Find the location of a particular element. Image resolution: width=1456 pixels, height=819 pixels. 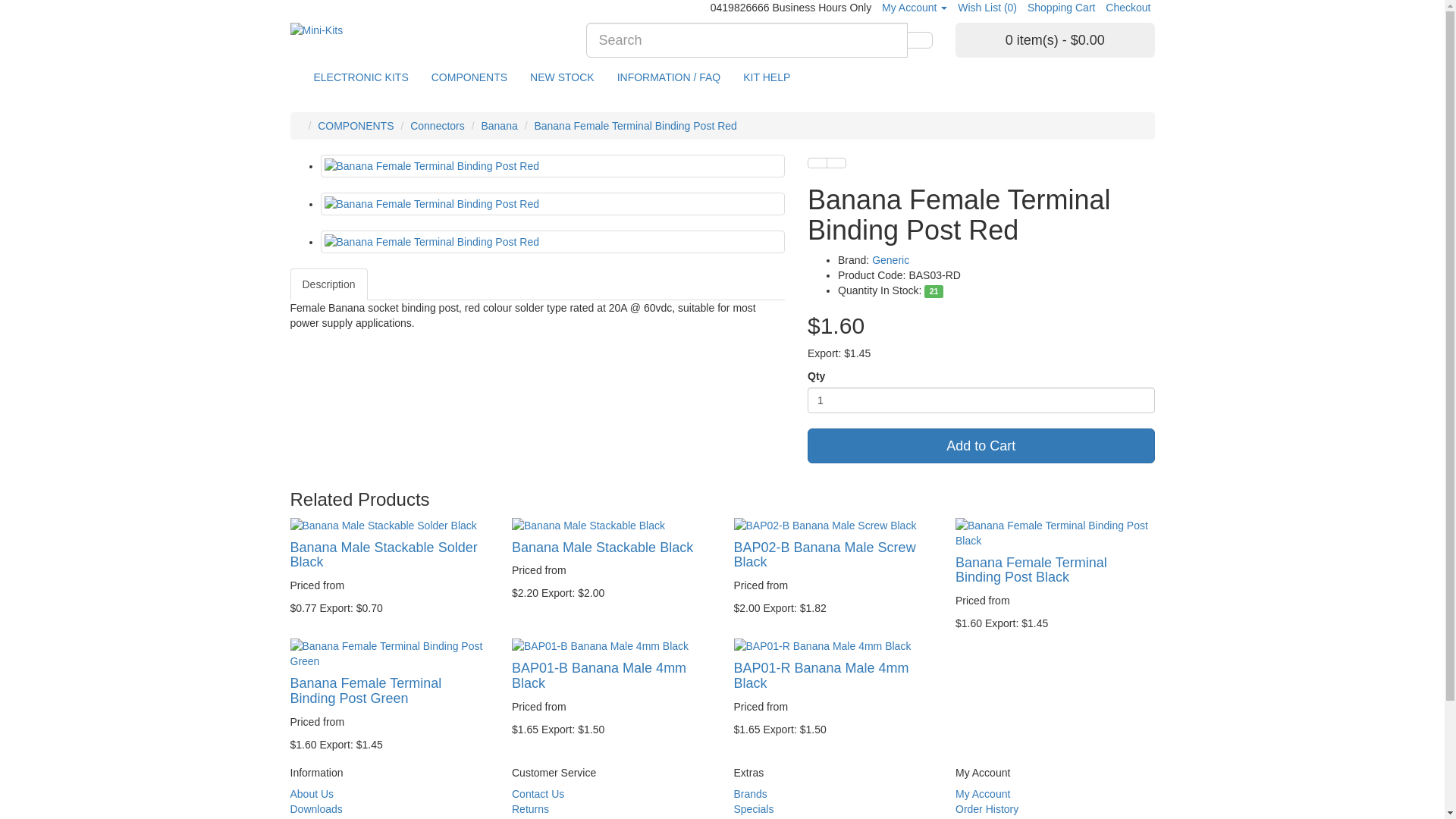

'Specials' is located at coordinates (754, 808).